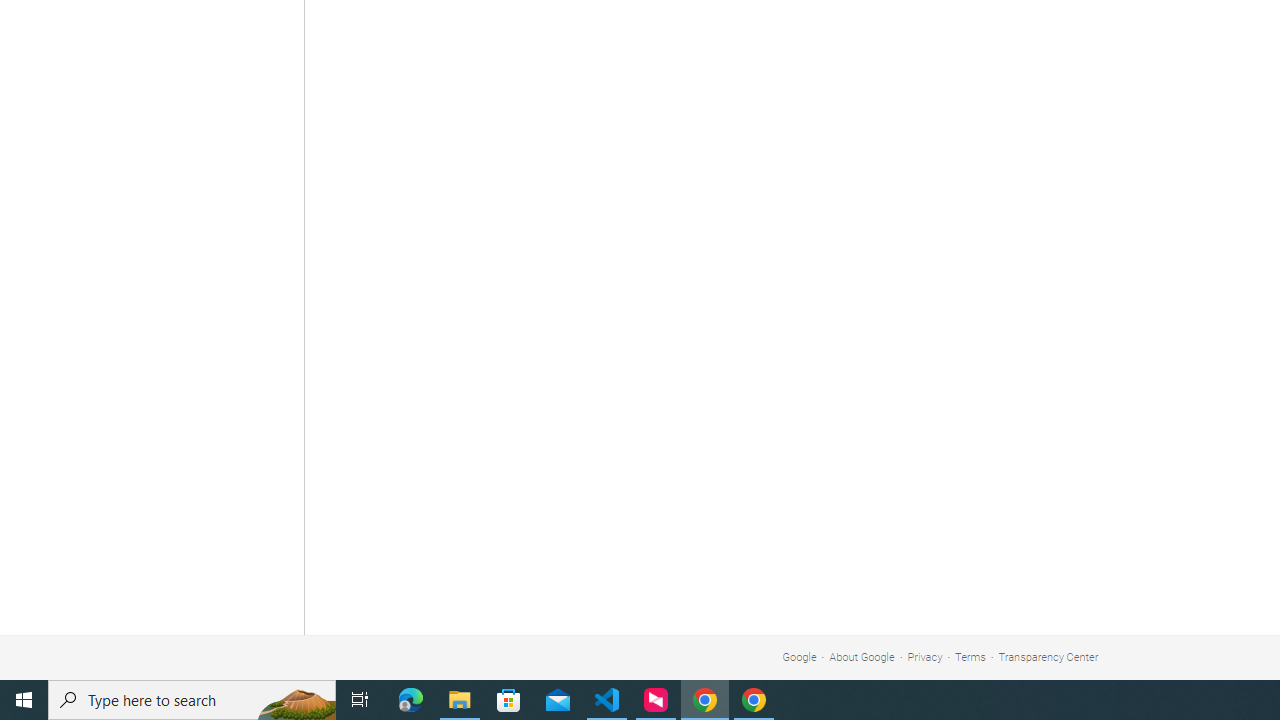 The image size is (1280, 720). Describe the element at coordinates (1047, 657) in the screenshot. I see `'Transparency Center'` at that location.